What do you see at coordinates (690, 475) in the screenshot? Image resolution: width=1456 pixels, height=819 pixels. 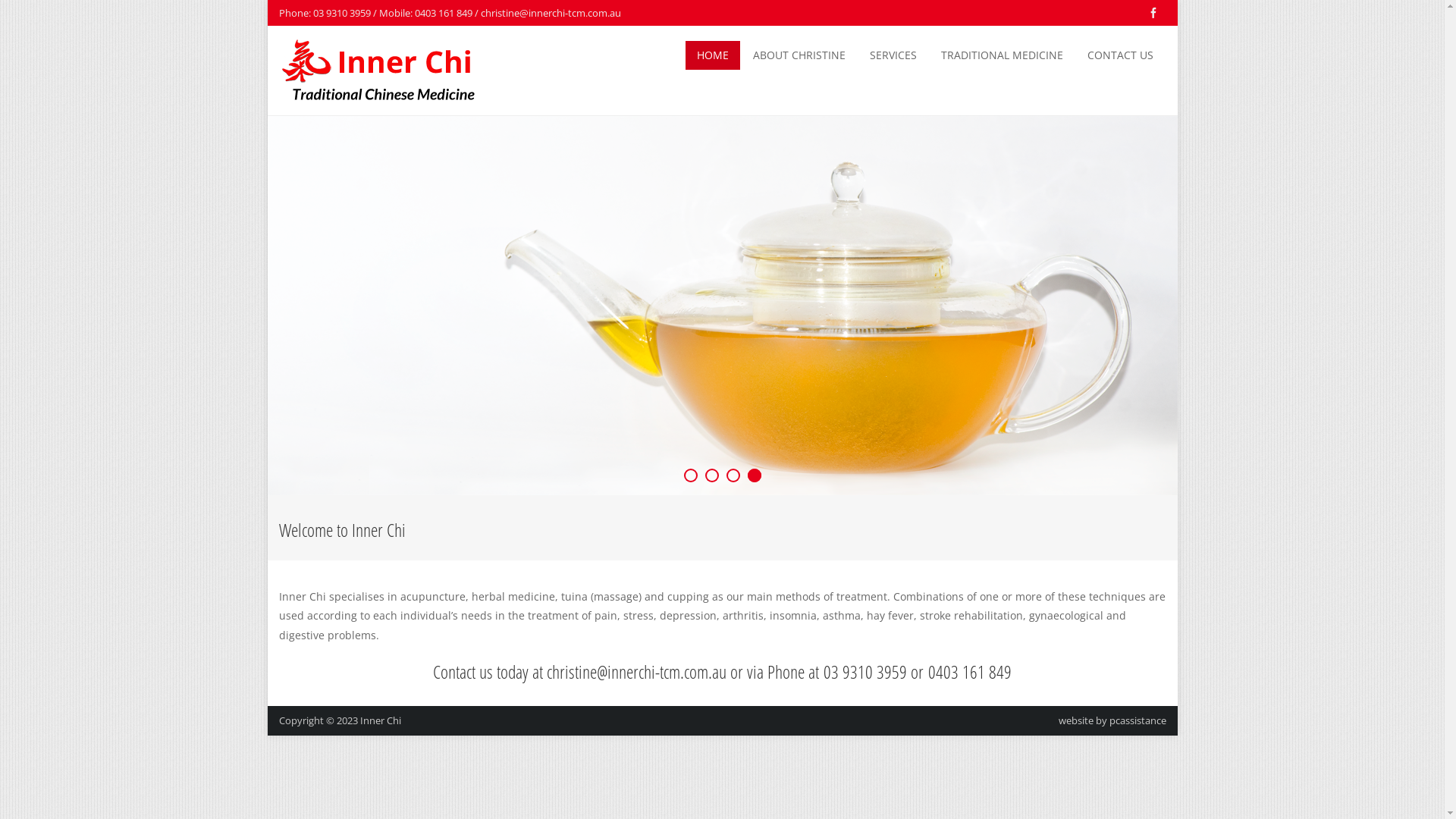 I see `'1'` at bounding box center [690, 475].